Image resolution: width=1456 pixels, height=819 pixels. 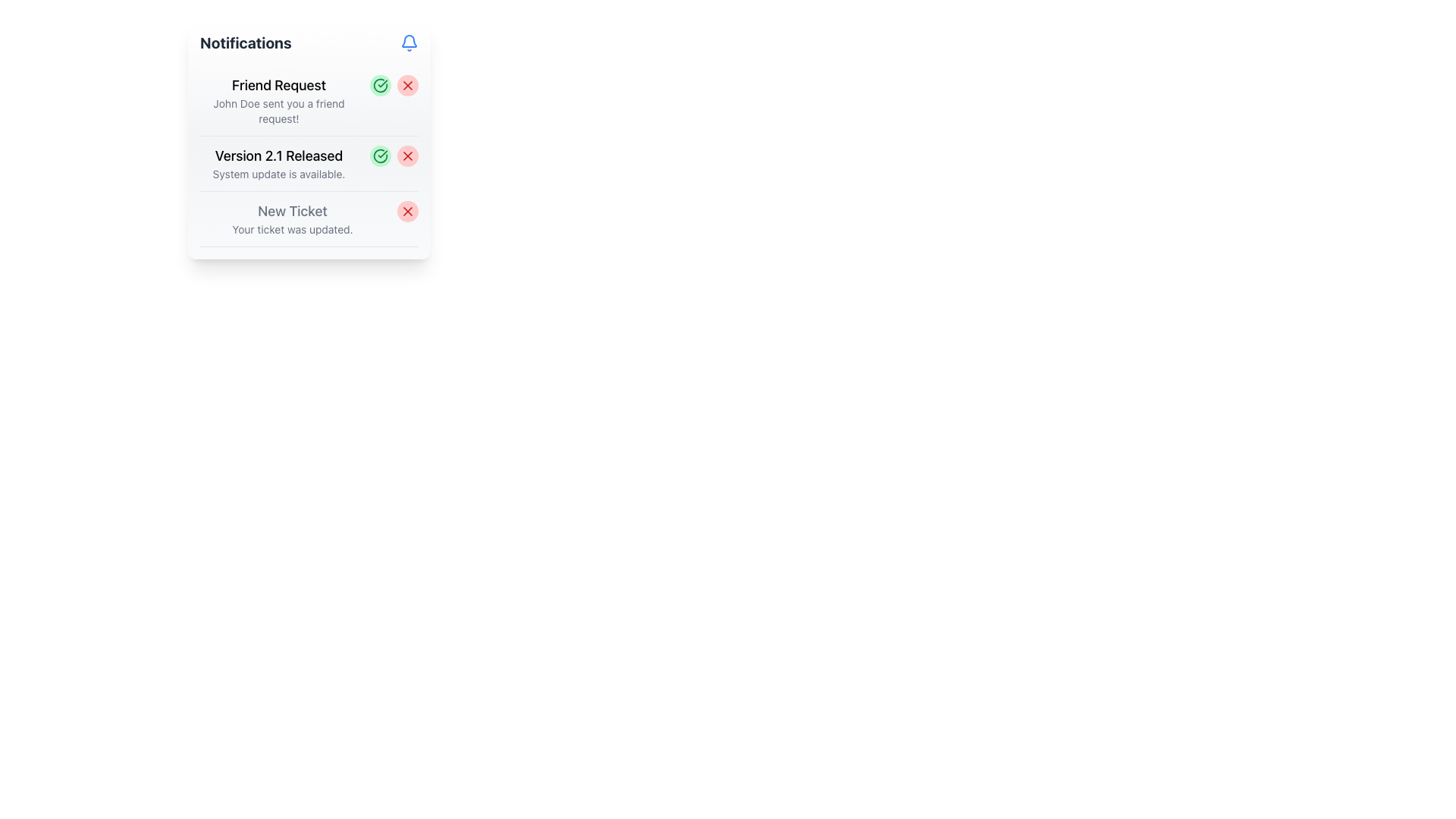 I want to click on the notification message indicating a new friend request, which is the first item under the 'Notifications' heading, so click(x=279, y=100).